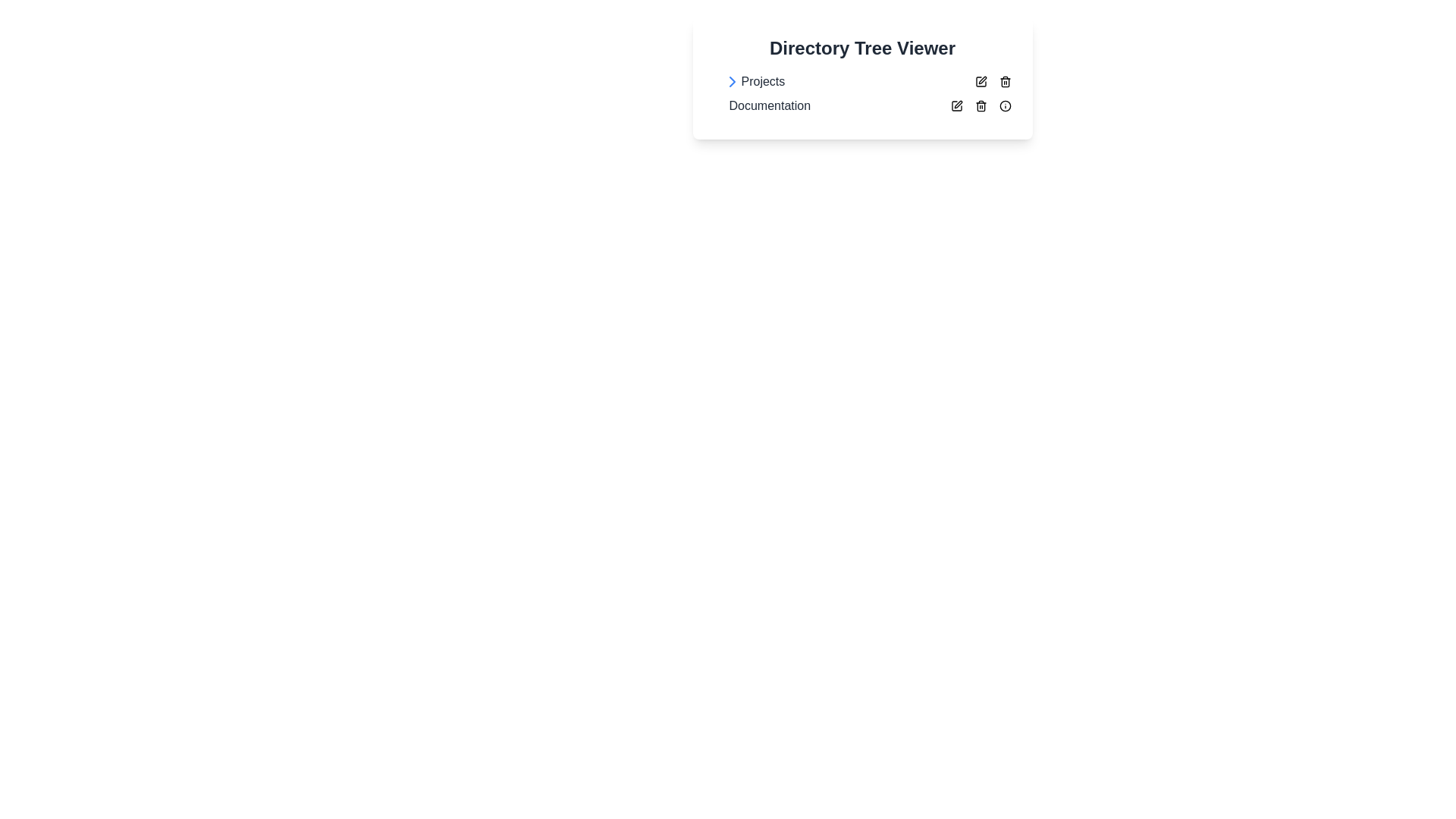  What do you see at coordinates (981, 82) in the screenshot?
I see `the square part of the pen icon located in the top-right corner of the 'Directory Tree Viewer' card` at bounding box center [981, 82].